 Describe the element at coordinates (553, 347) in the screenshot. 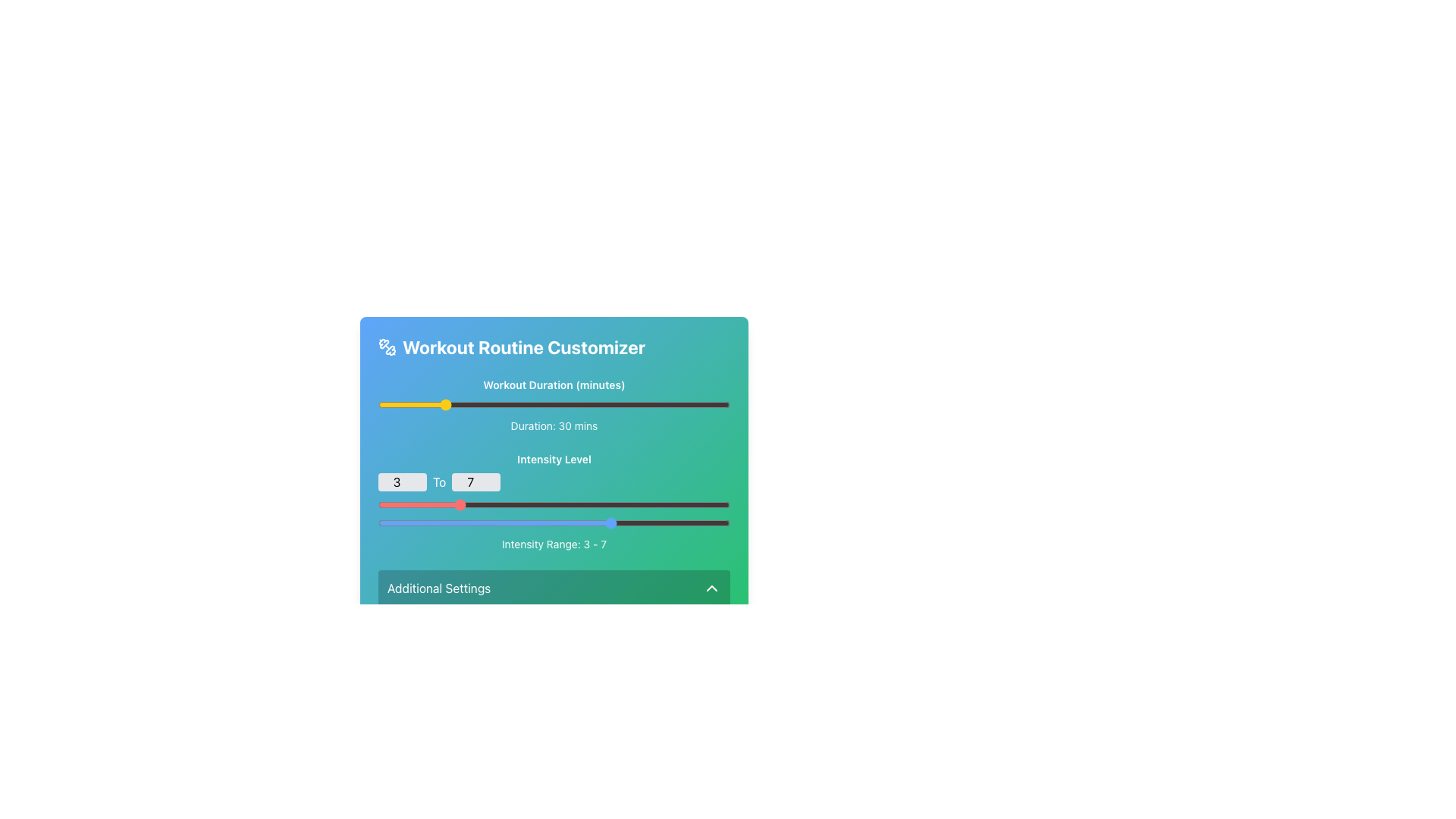

I see `text displayed in the 'Workout Routine Customizer' title section, which is a bold and large heading accompanied by a fitness-related dumbbell icon` at that location.